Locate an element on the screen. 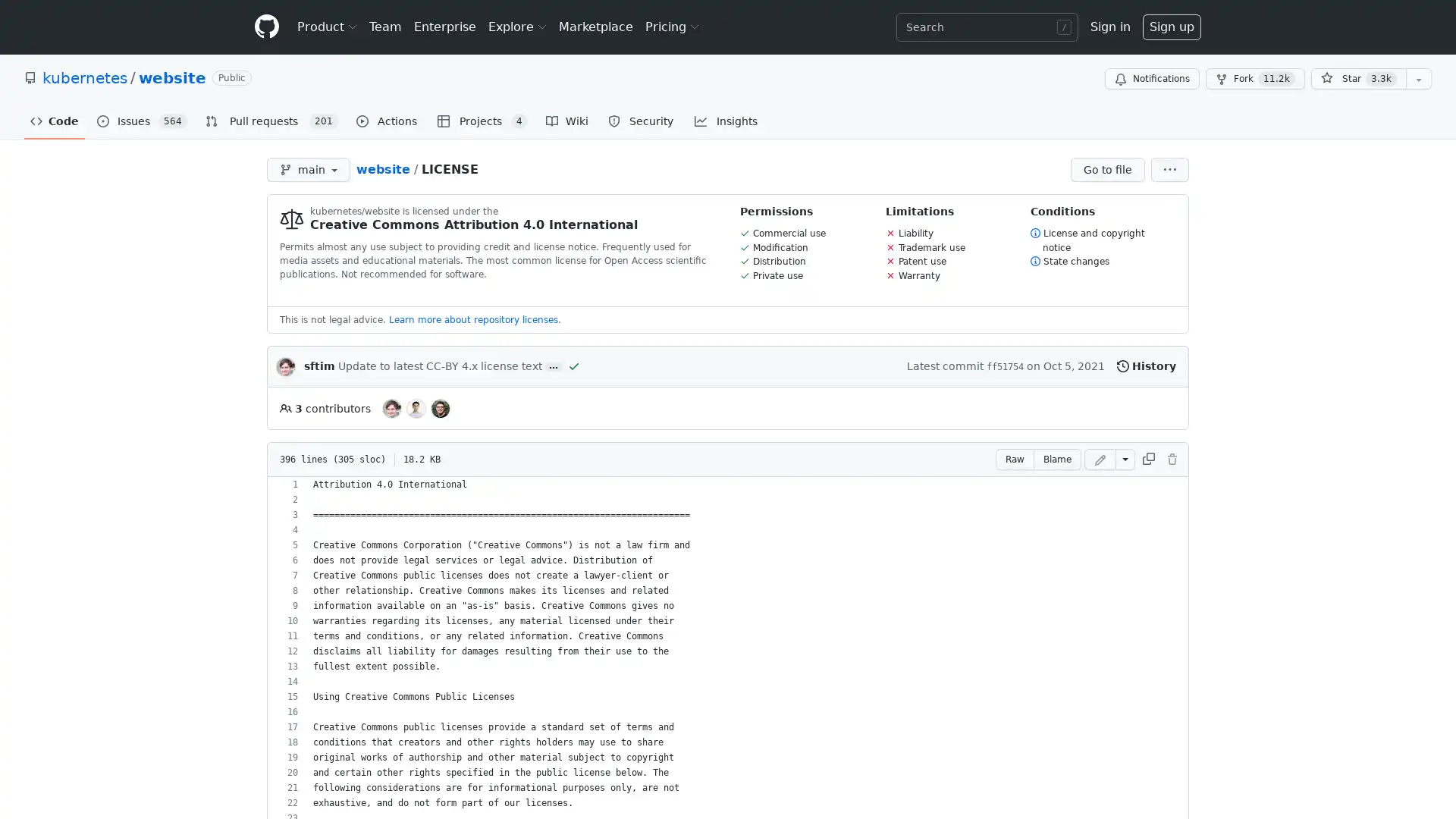  ... is located at coordinates (552, 366).